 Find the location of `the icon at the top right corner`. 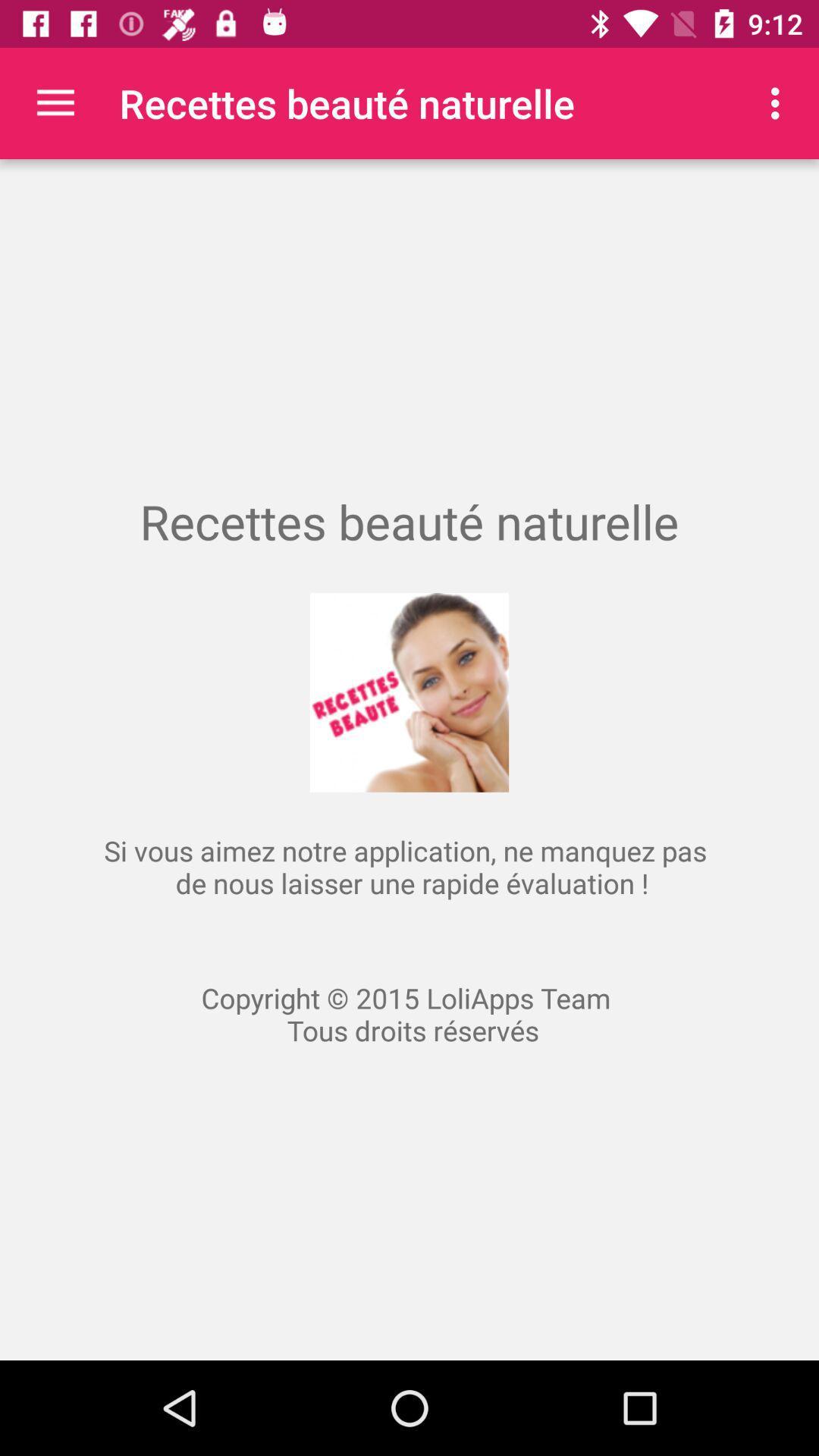

the icon at the top right corner is located at coordinates (779, 102).